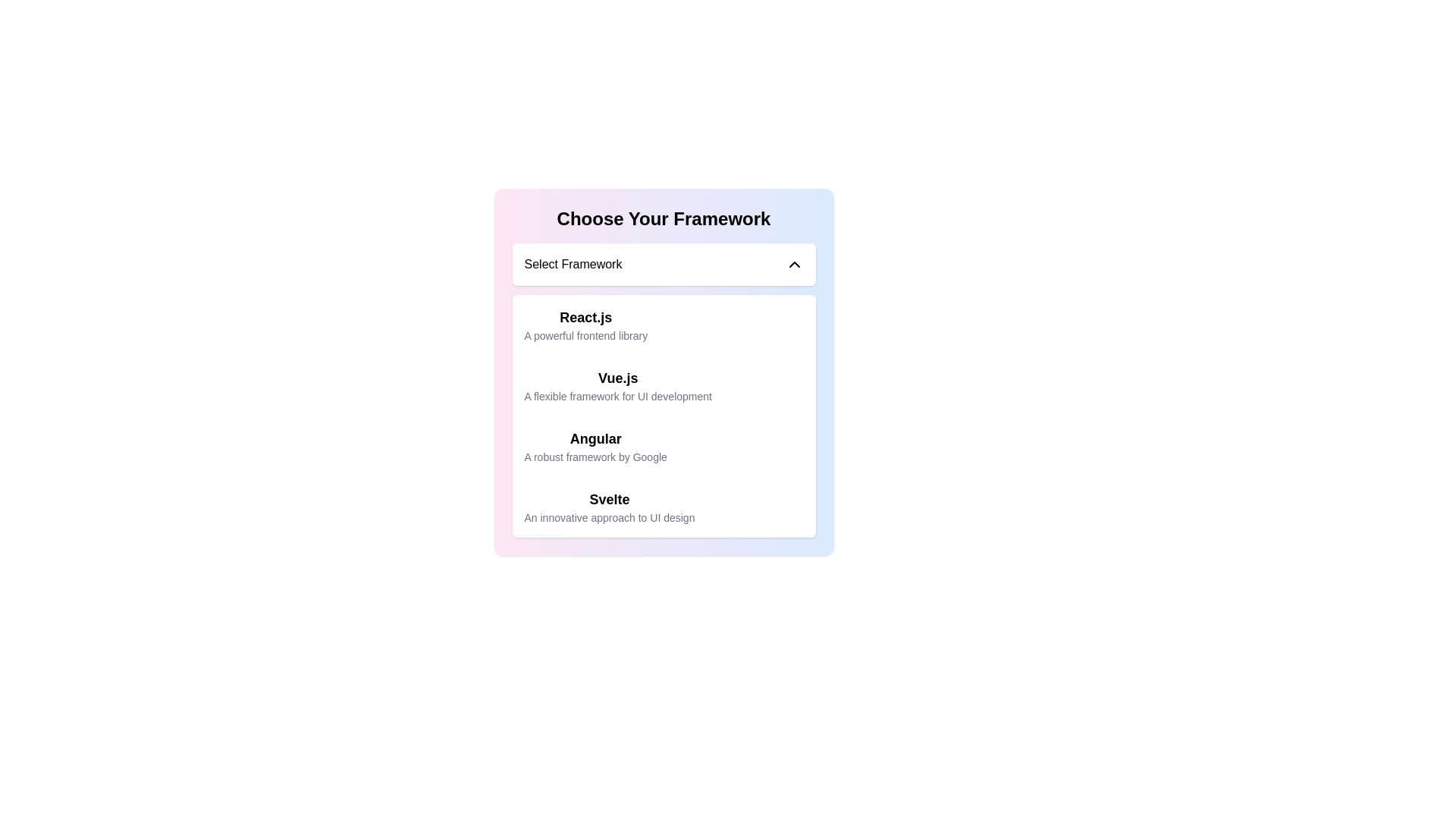 This screenshot has height=819, width=1456. I want to click on the second item in the clickable list, which has the main title 'Vue.js' in bold and a subtitle 'A flexible framework for UI development', positioned below 'React.js' and above 'Angular', so click(664, 385).